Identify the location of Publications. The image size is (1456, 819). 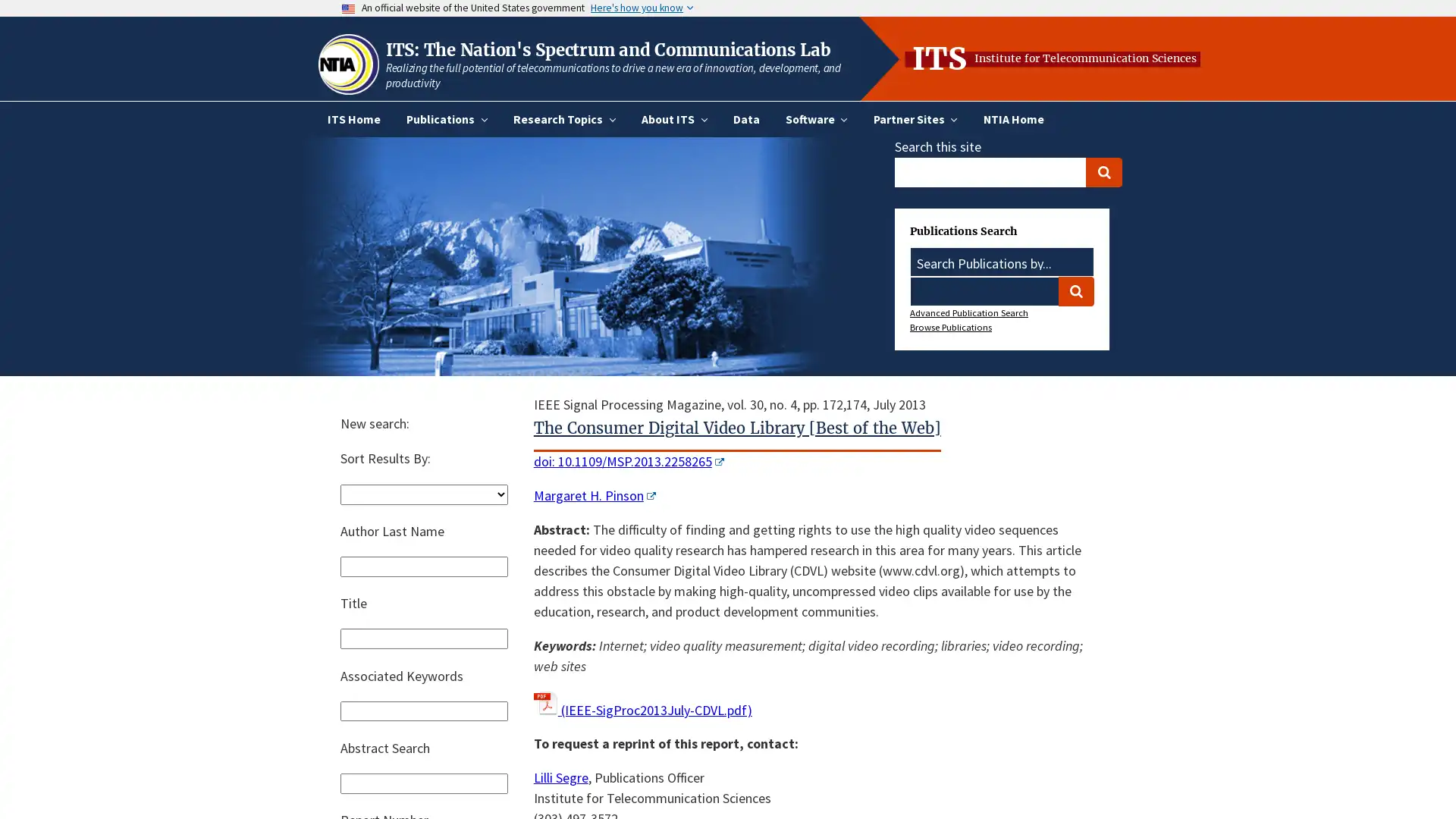
(446, 118).